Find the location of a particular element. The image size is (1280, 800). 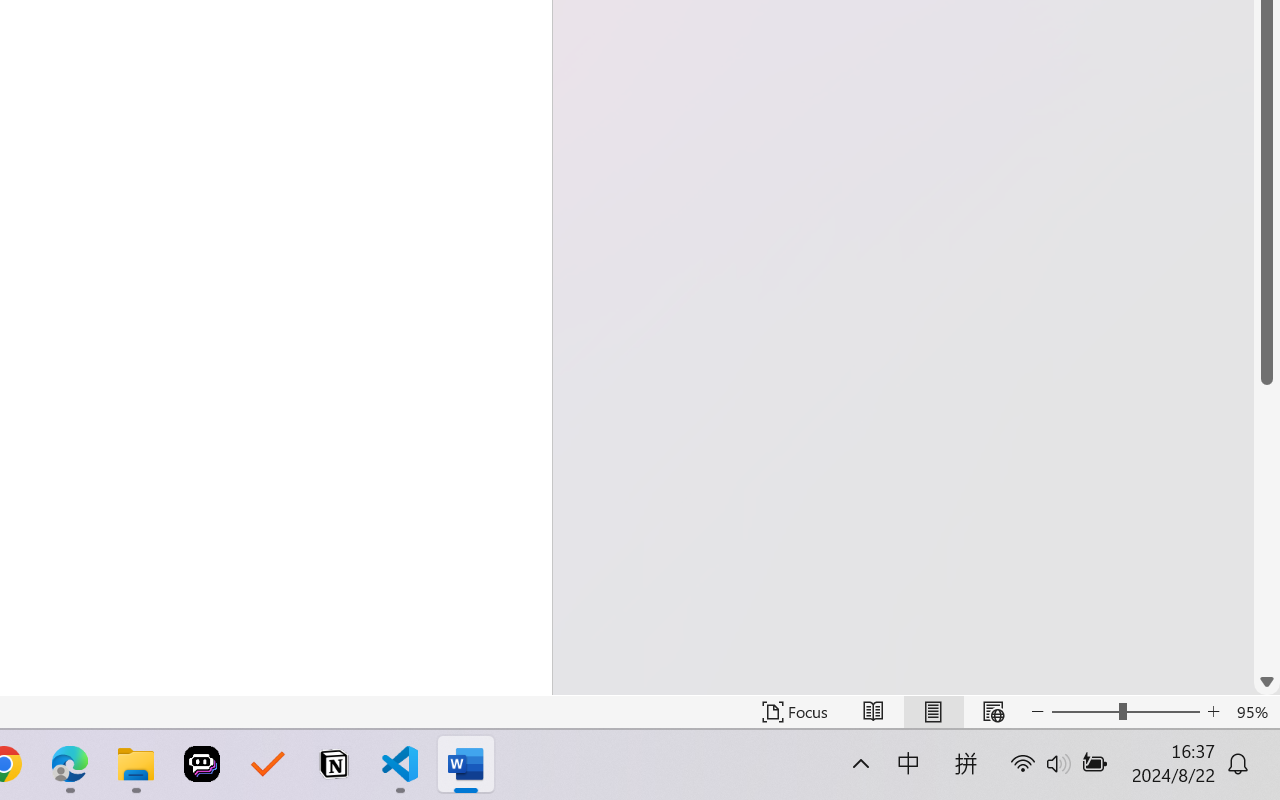

'Zoom 95%' is located at coordinates (1252, 711).